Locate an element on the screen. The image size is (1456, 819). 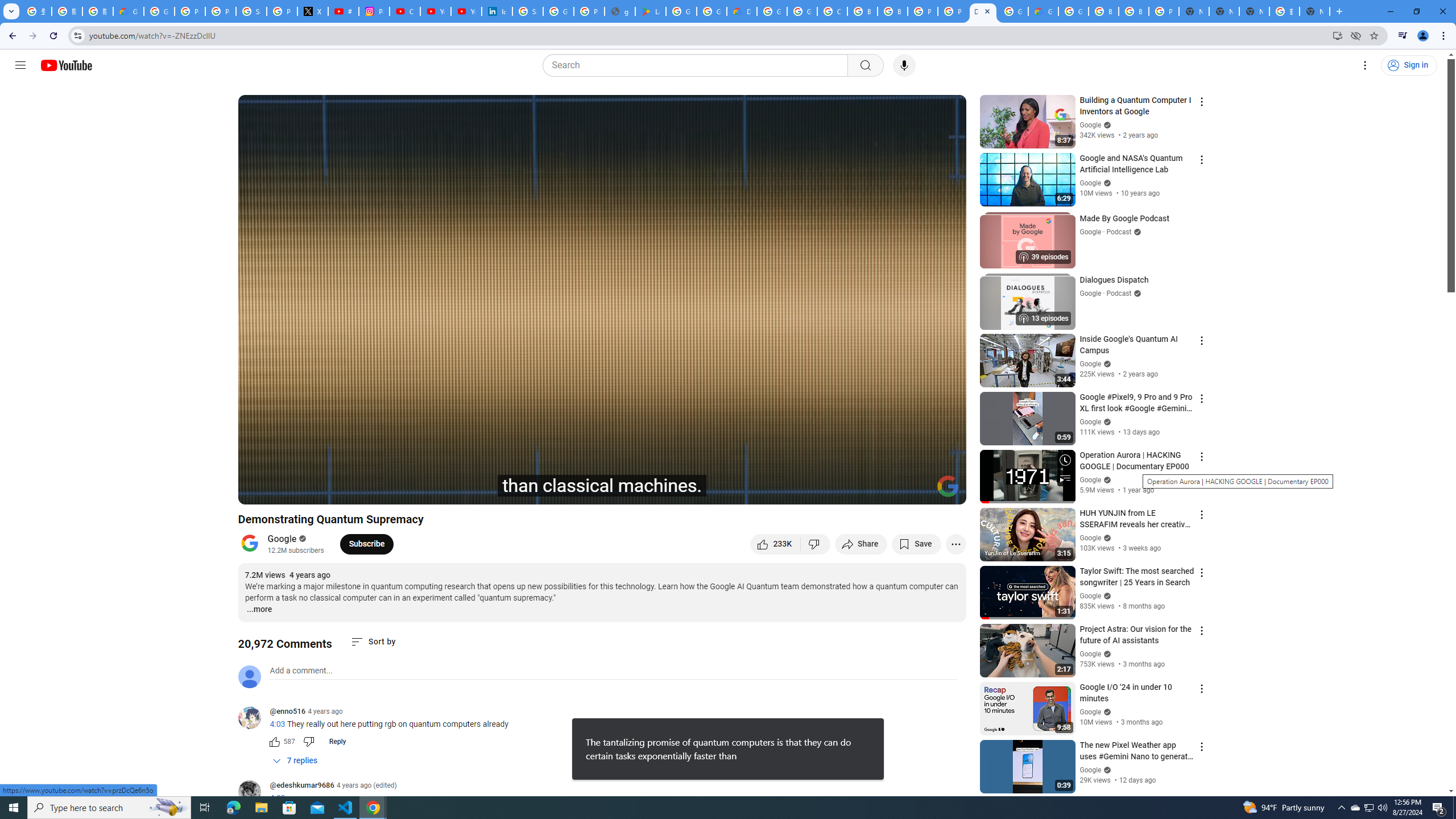
'Share' is located at coordinates (861, 543).